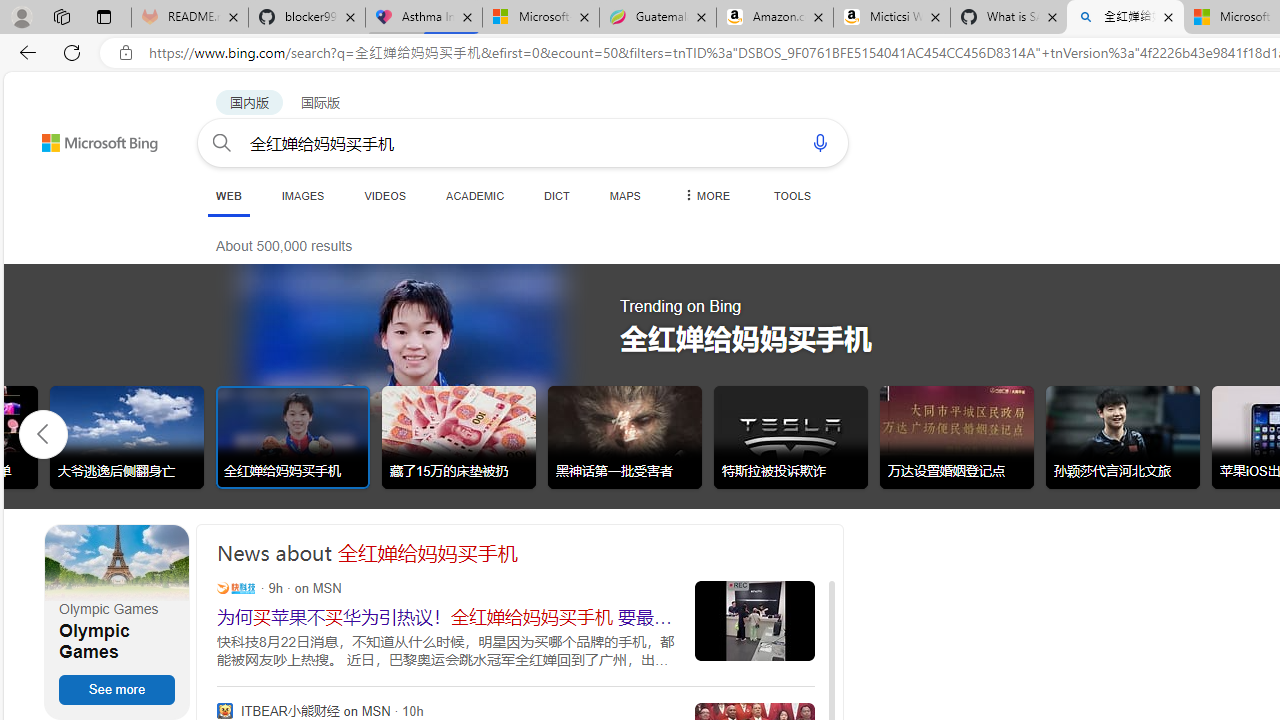 The width and height of the screenshot is (1280, 720). Describe the element at coordinates (557, 195) in the screenshot. I see `'DICT'` at that location.